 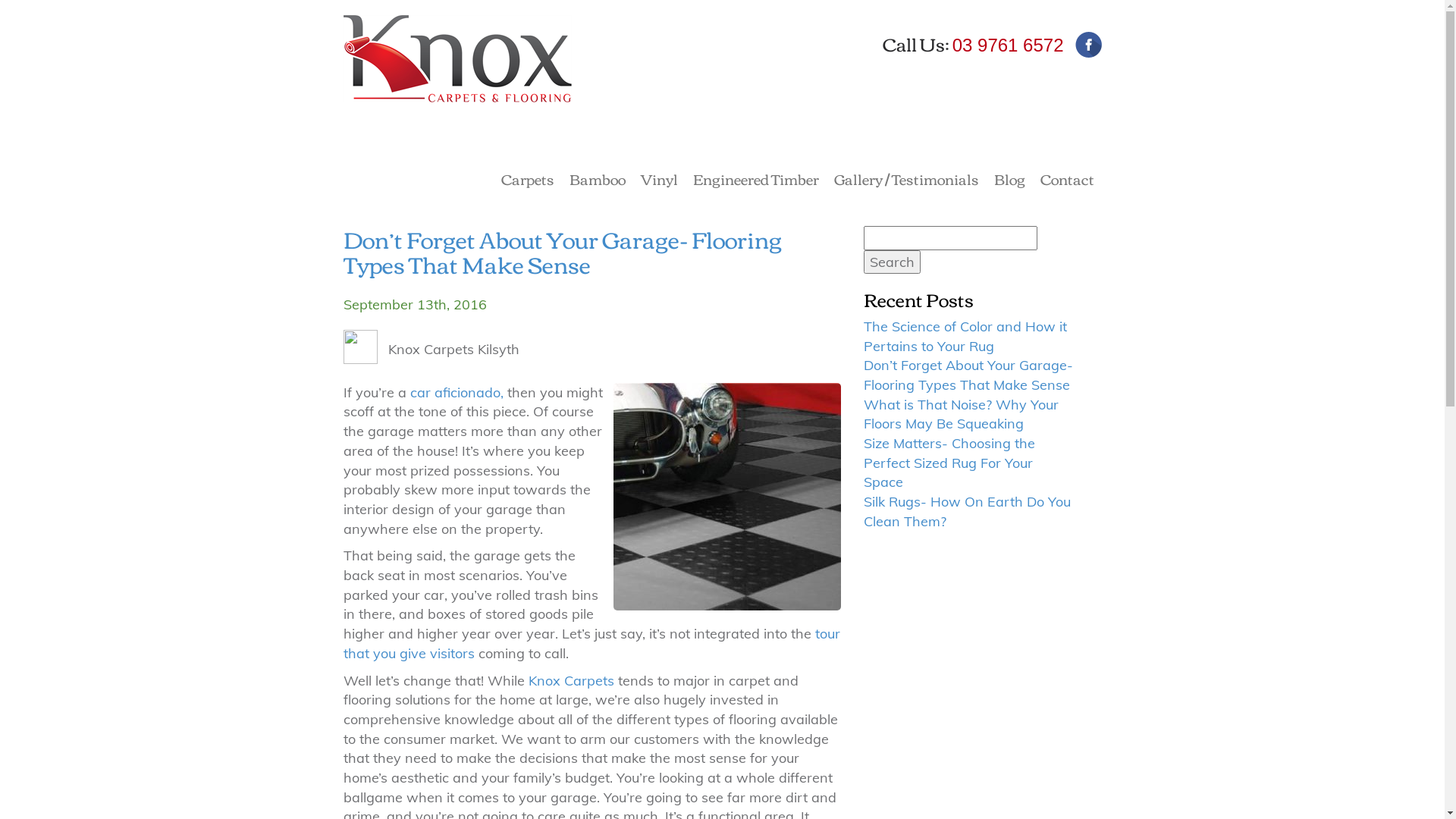 What do you see at coordinates (863, 461) in the screenshot?
I see `'Size Matters- Choosing the Perfect Sized Rug For Your Space'` at bounding box center [863, 461].